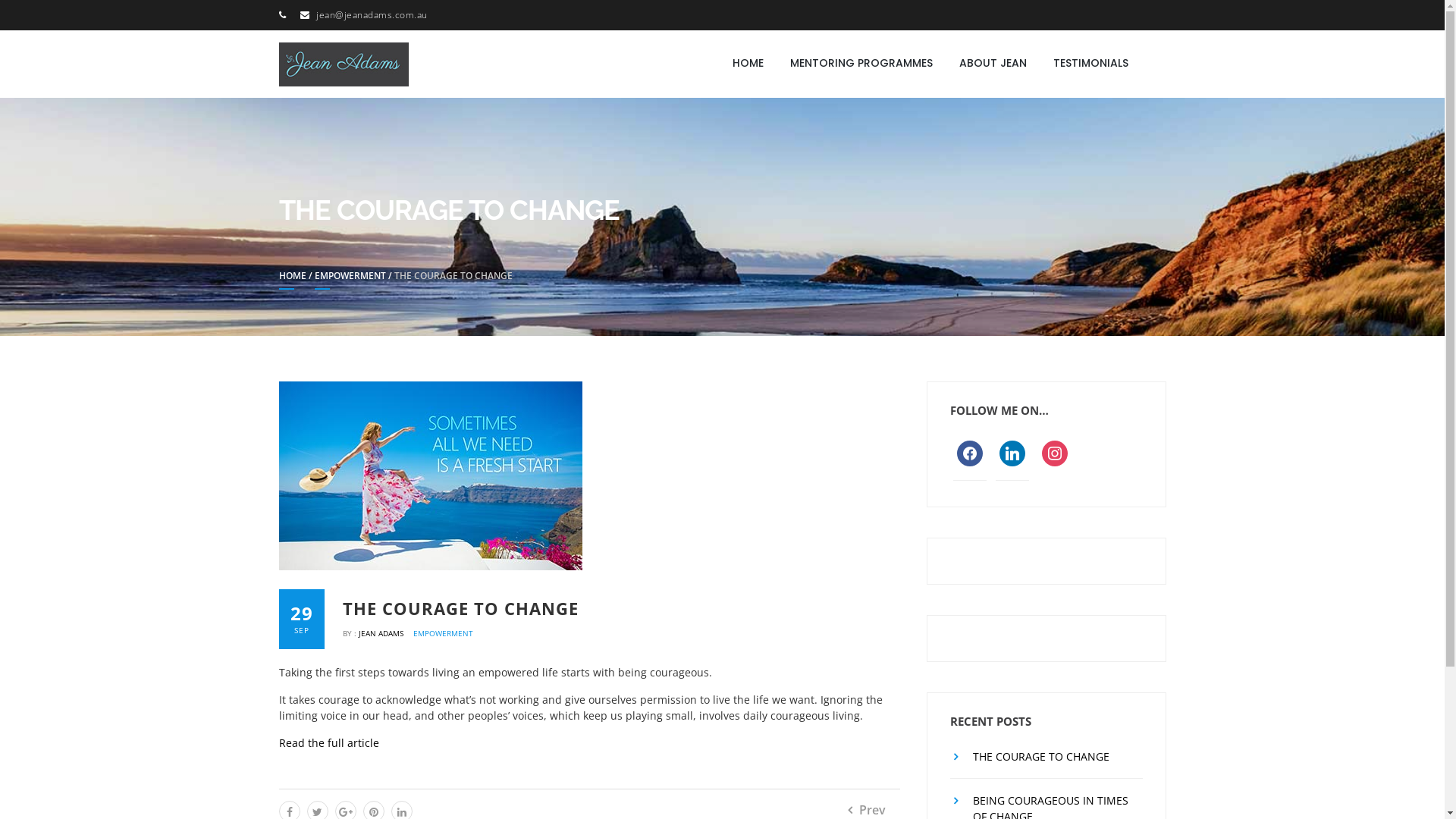 The height and width of the screenshot is (819, 1456). What do you see at coordinates (847, 809) in the screenshot?
I see `'Prev'` at bounding box center [847, 809].